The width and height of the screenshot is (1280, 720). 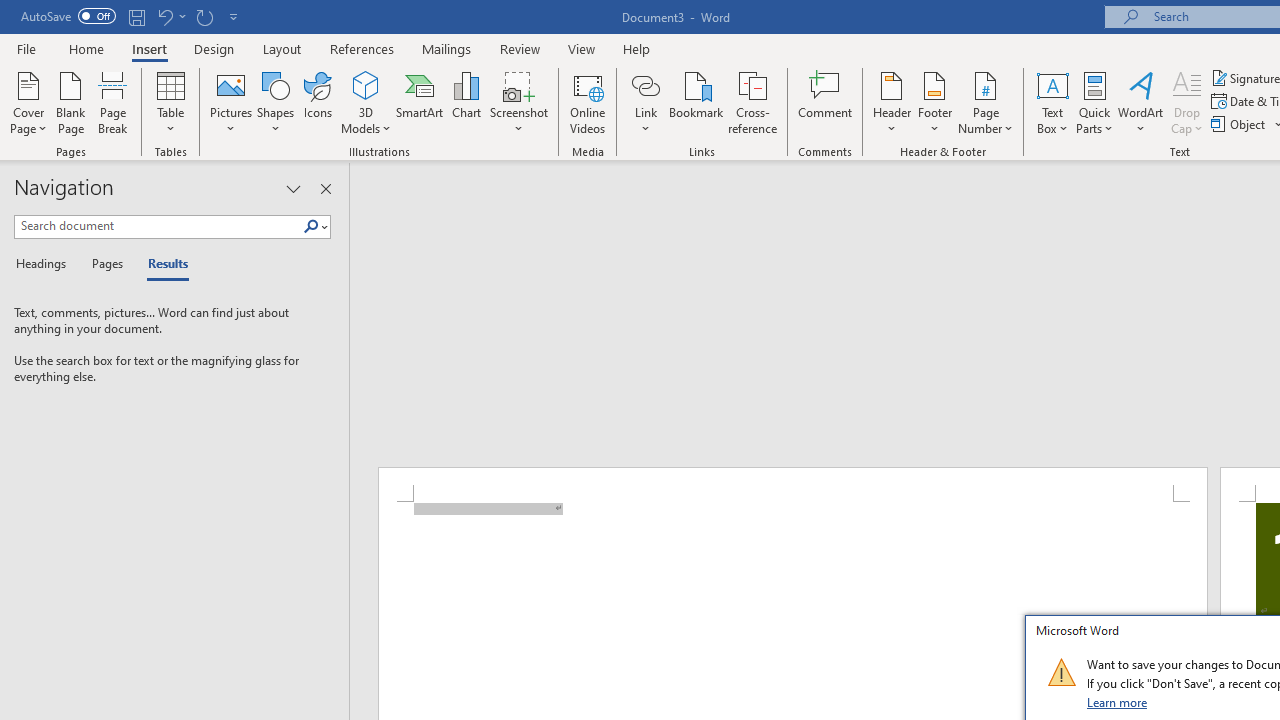 What do you see at coordinates (104, 264) in the screenshot?
I see `'Pages'` at bounding box center [104, 264].